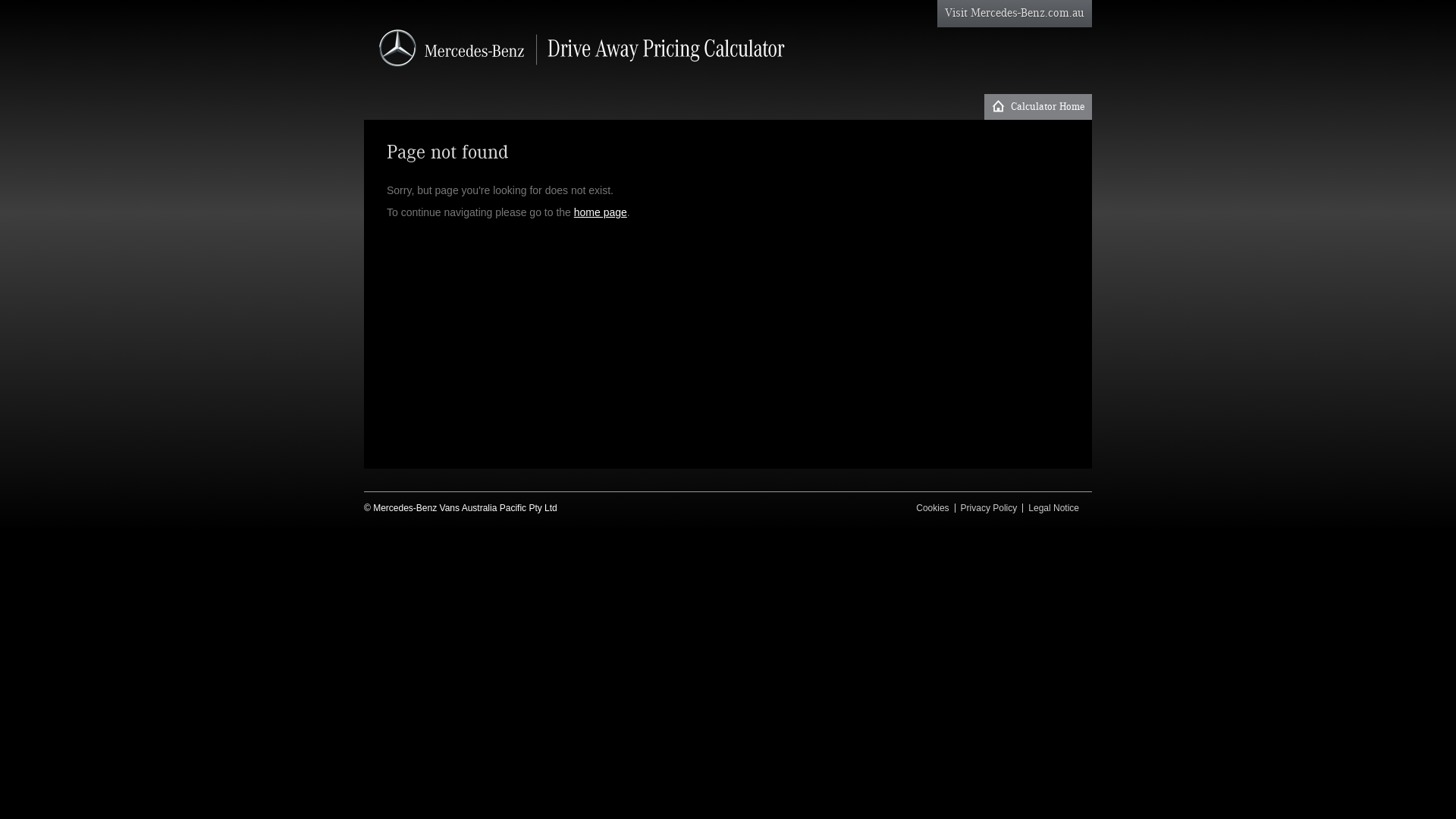 The image size is (1456, 819). Describe the element at coordinates (984, 106) in the screenshot. I see `'Calculator Home'` at that location.